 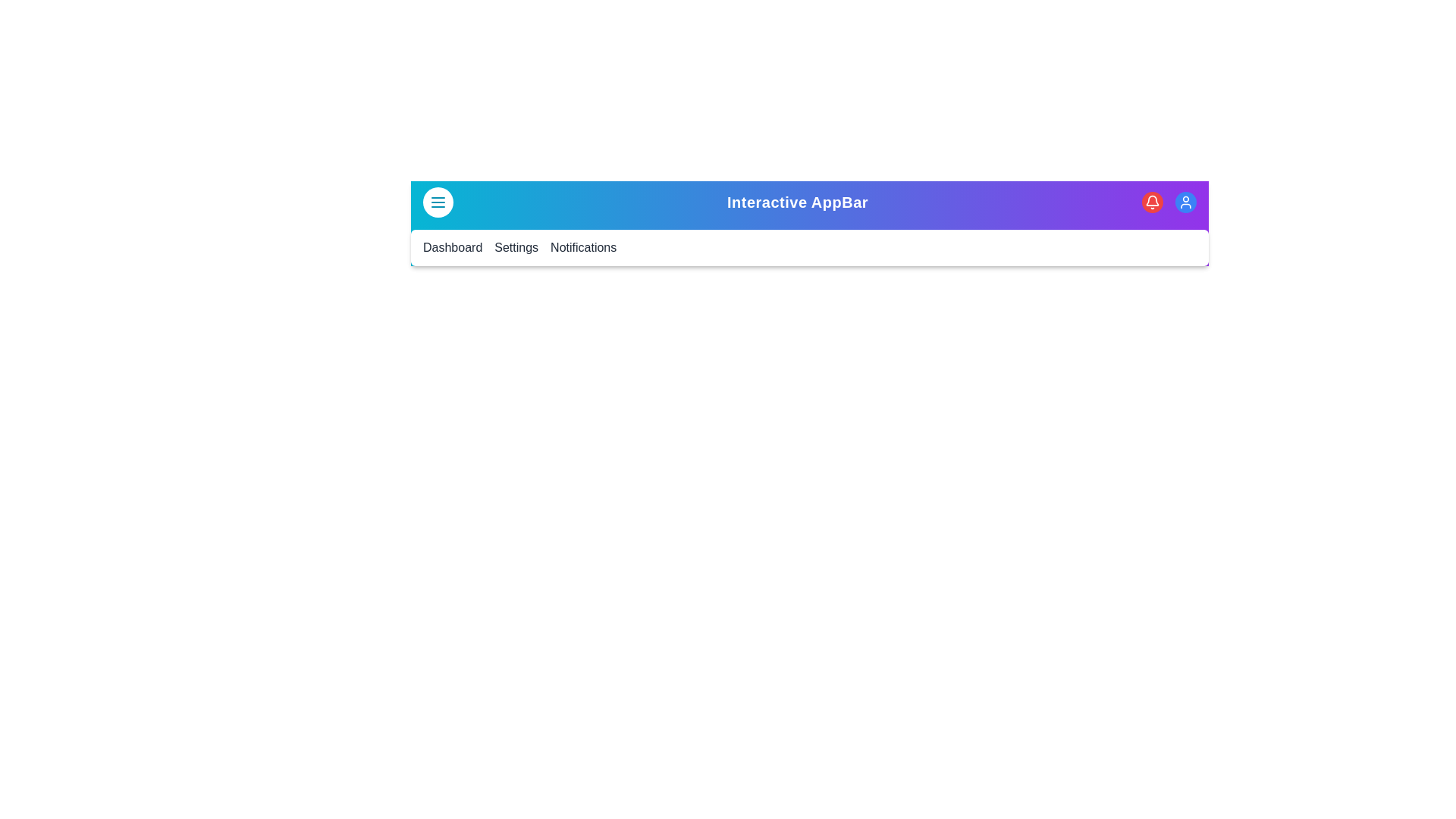 I want to click on the notification icon to trigger its interaction, so click(x=1153, y=201).